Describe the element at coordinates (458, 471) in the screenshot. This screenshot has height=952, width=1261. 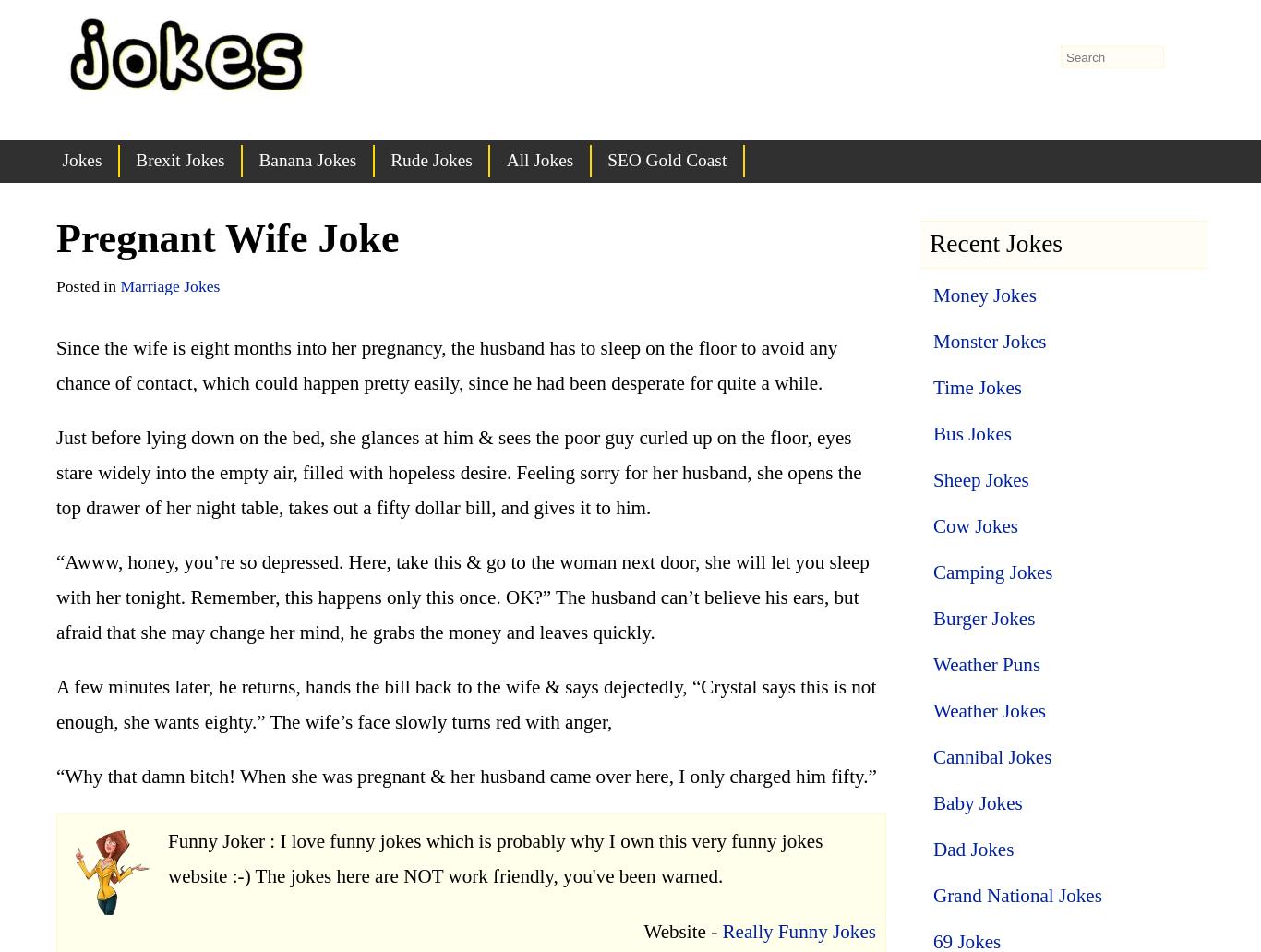
I see `'Just before lying down on the bed, she glances at him & sees the poor guy curled up on the floor, eyes stare widely into the empty air, filled with hopeless desire. Feeling sorry for her husband, she opens the top drawer of her night table, takes out a fifty dollar bill, and gives it to him.'` at that location.